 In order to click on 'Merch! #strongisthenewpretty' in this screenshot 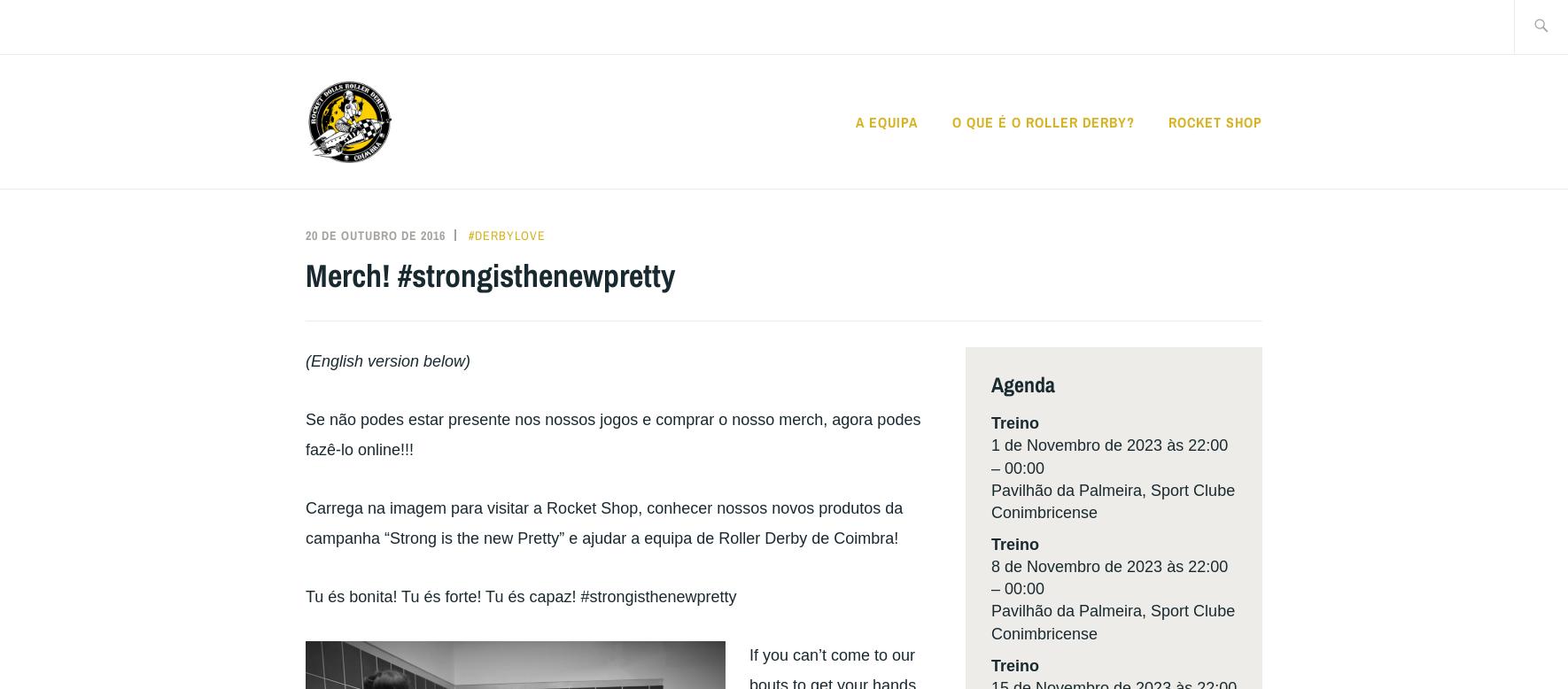, I will do `click(490, 275)`.